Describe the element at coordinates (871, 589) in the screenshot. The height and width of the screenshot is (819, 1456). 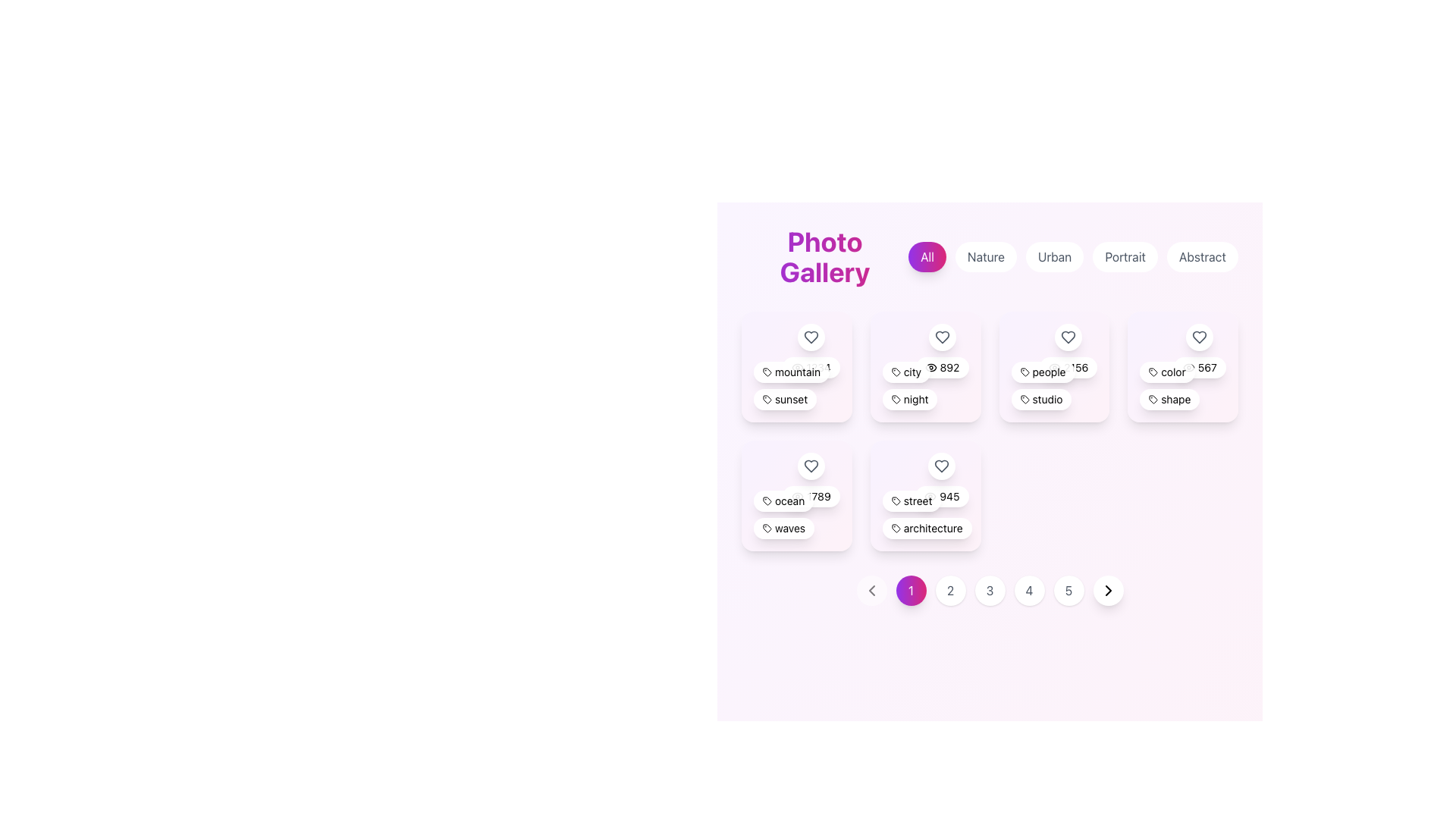
I see `the leftward-pointing chevron button` at that location.